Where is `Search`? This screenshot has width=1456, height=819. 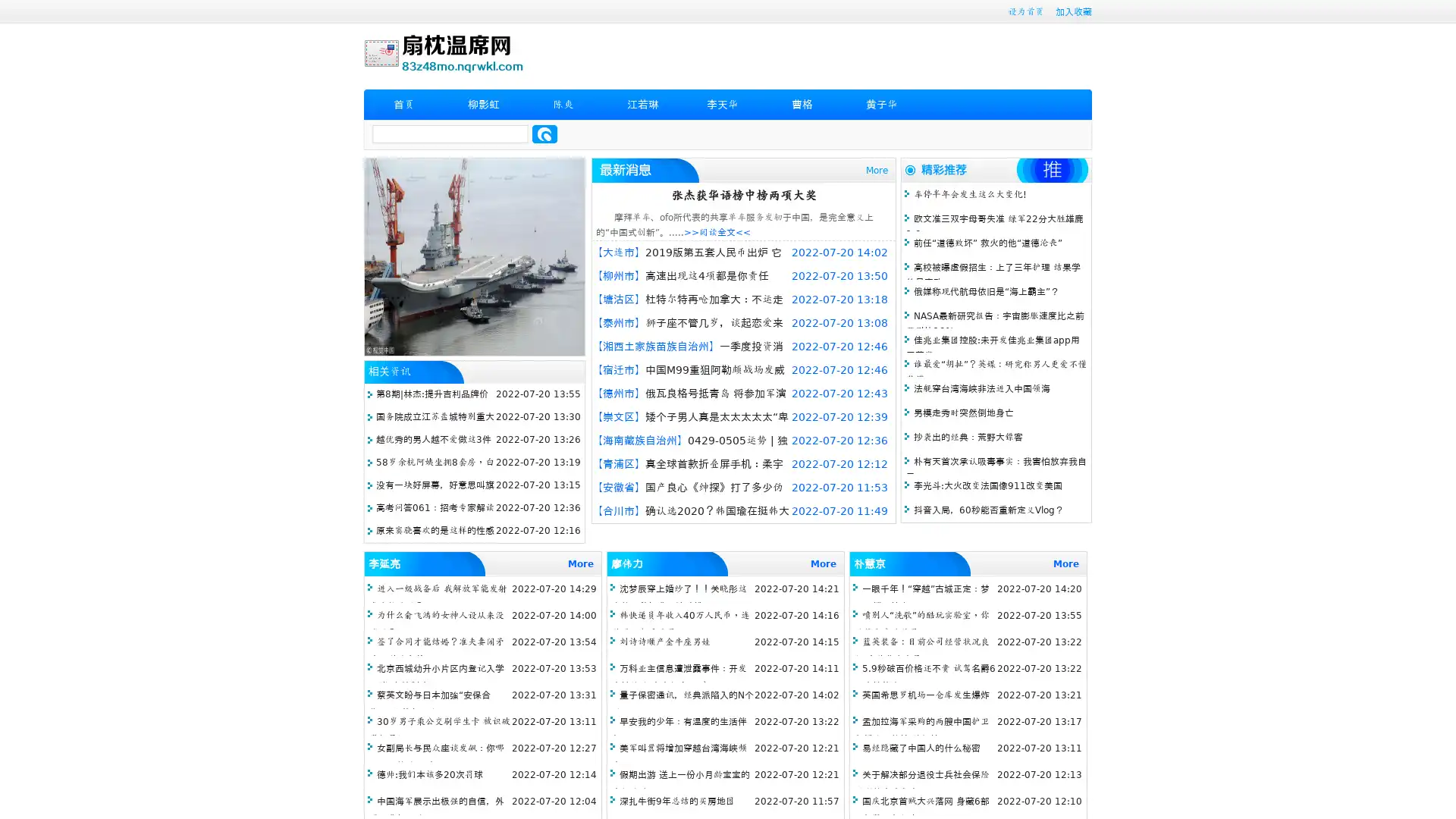 Search is located at coordinates (544, 133).